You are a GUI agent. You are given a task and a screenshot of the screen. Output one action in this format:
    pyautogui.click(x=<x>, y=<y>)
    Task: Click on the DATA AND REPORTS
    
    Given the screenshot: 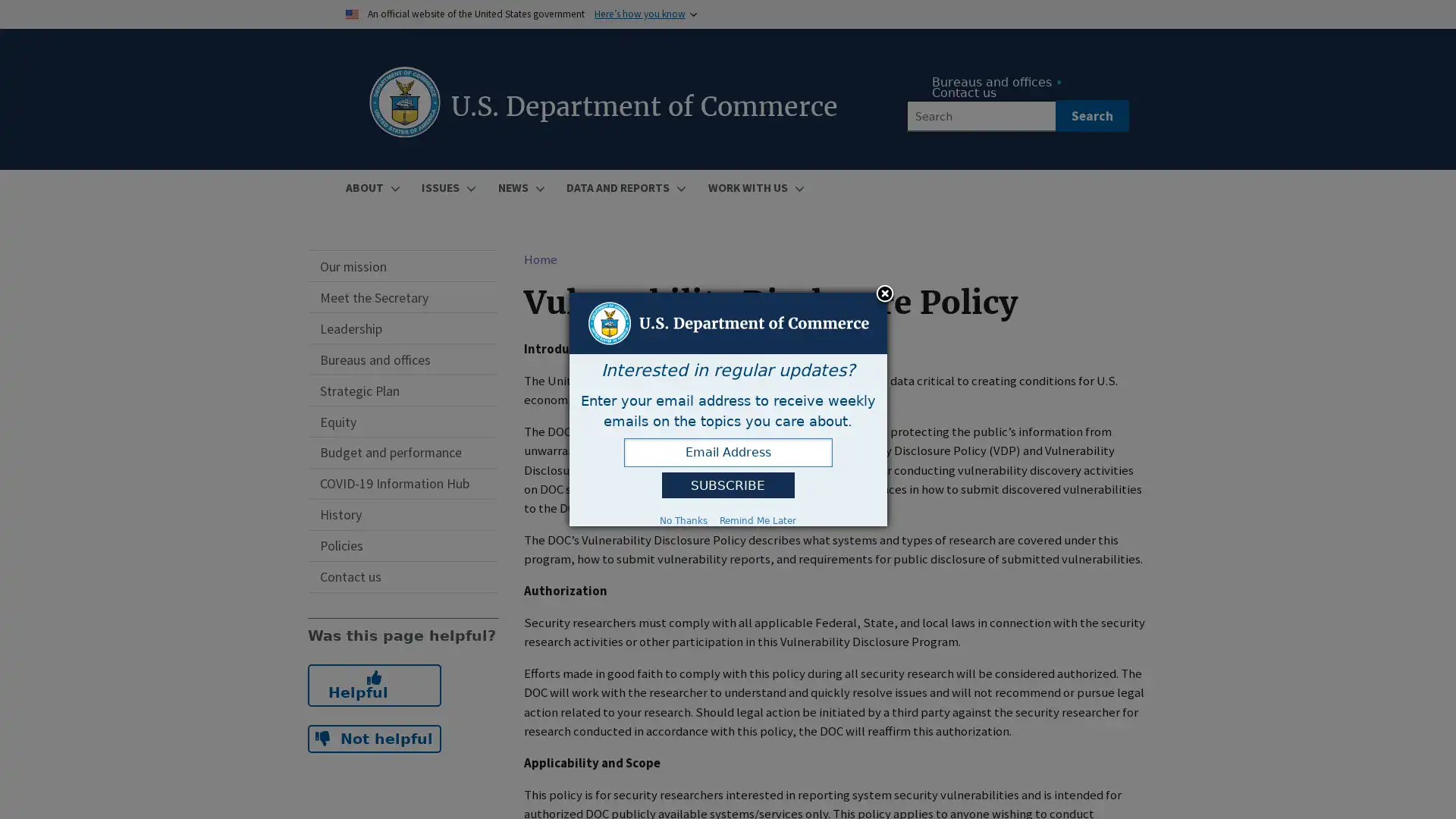 What is the action you would take?
    pyautogui.click(x=623, y=187)
    